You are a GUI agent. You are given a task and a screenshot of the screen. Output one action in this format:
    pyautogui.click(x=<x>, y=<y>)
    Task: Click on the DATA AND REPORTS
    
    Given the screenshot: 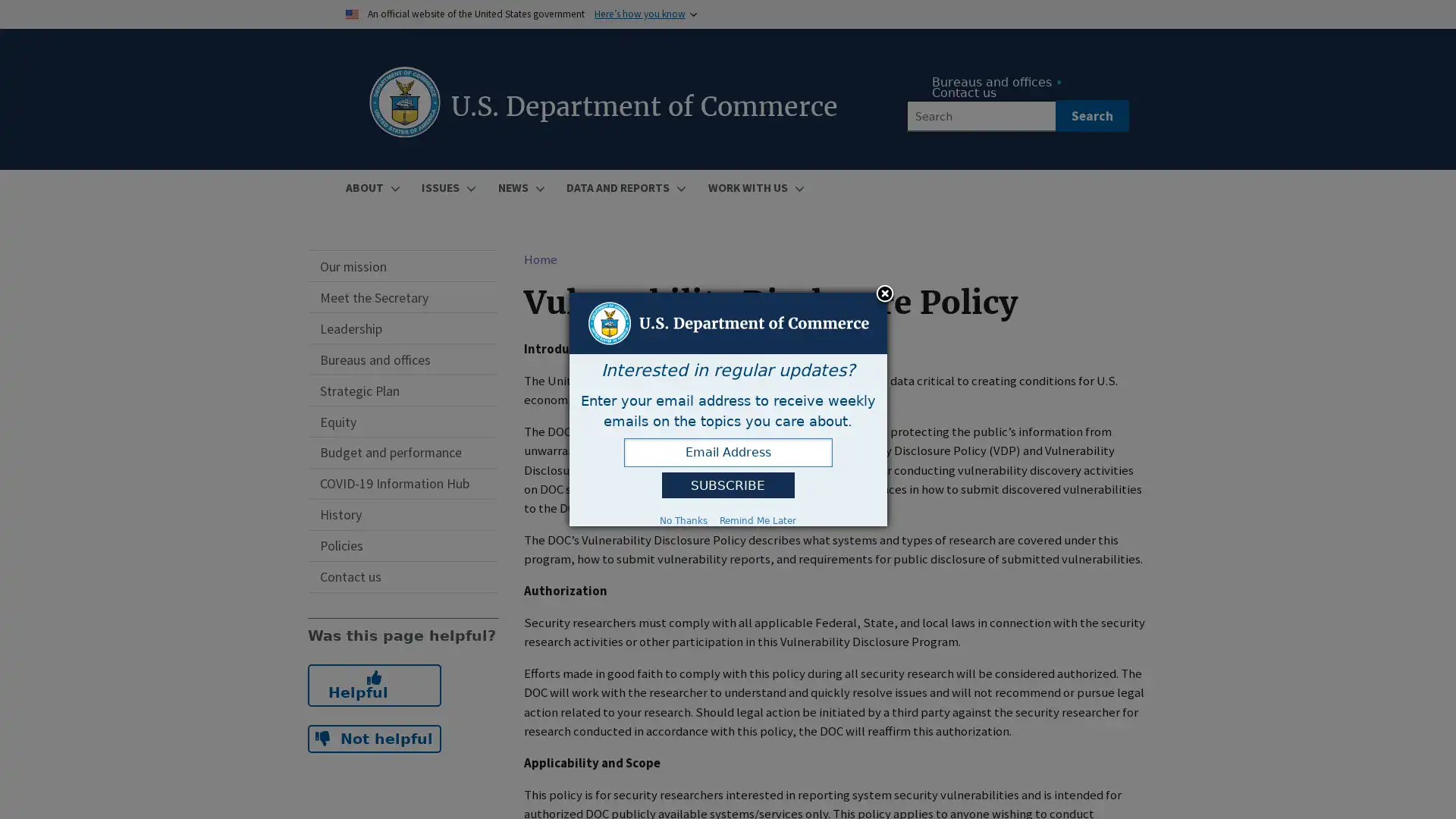 What is the action you would take?
    pyautogui.click(x=623, y=187)
    